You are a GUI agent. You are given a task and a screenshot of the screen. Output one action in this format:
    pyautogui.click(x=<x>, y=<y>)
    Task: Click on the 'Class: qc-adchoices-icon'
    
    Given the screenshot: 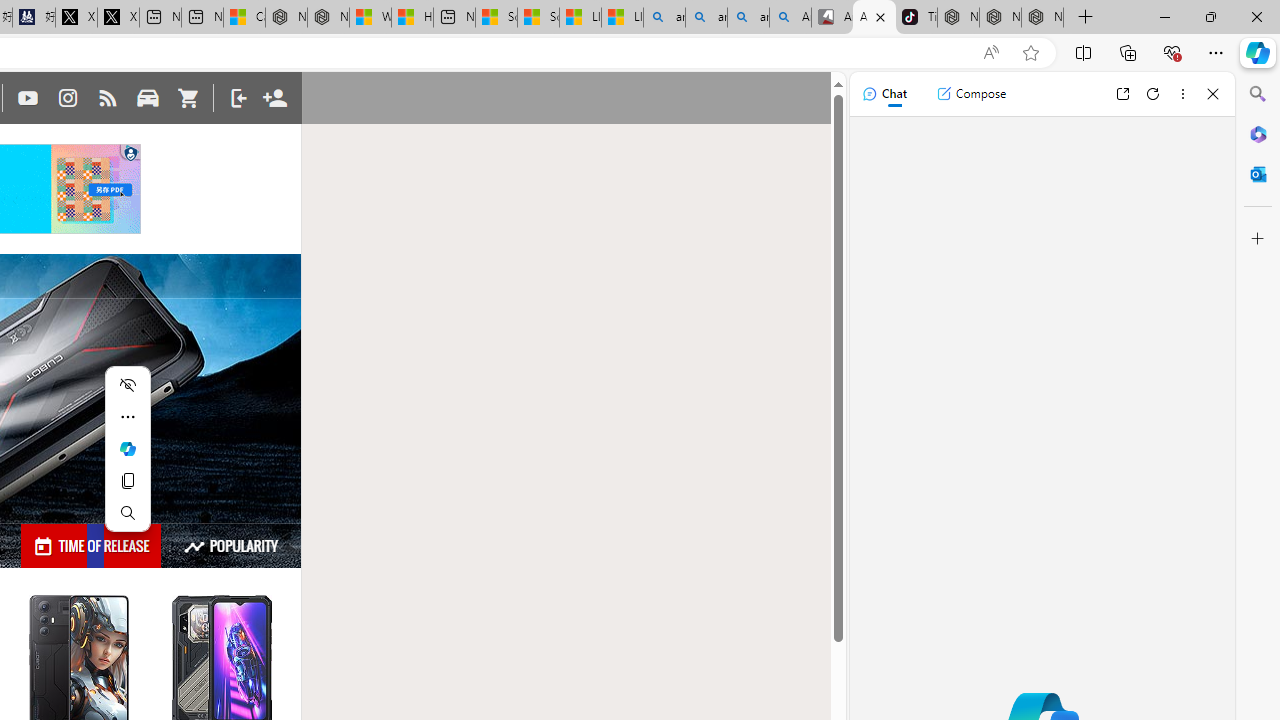 What is the action you would take?
    pyautogui.click(x=131, y=150)
    